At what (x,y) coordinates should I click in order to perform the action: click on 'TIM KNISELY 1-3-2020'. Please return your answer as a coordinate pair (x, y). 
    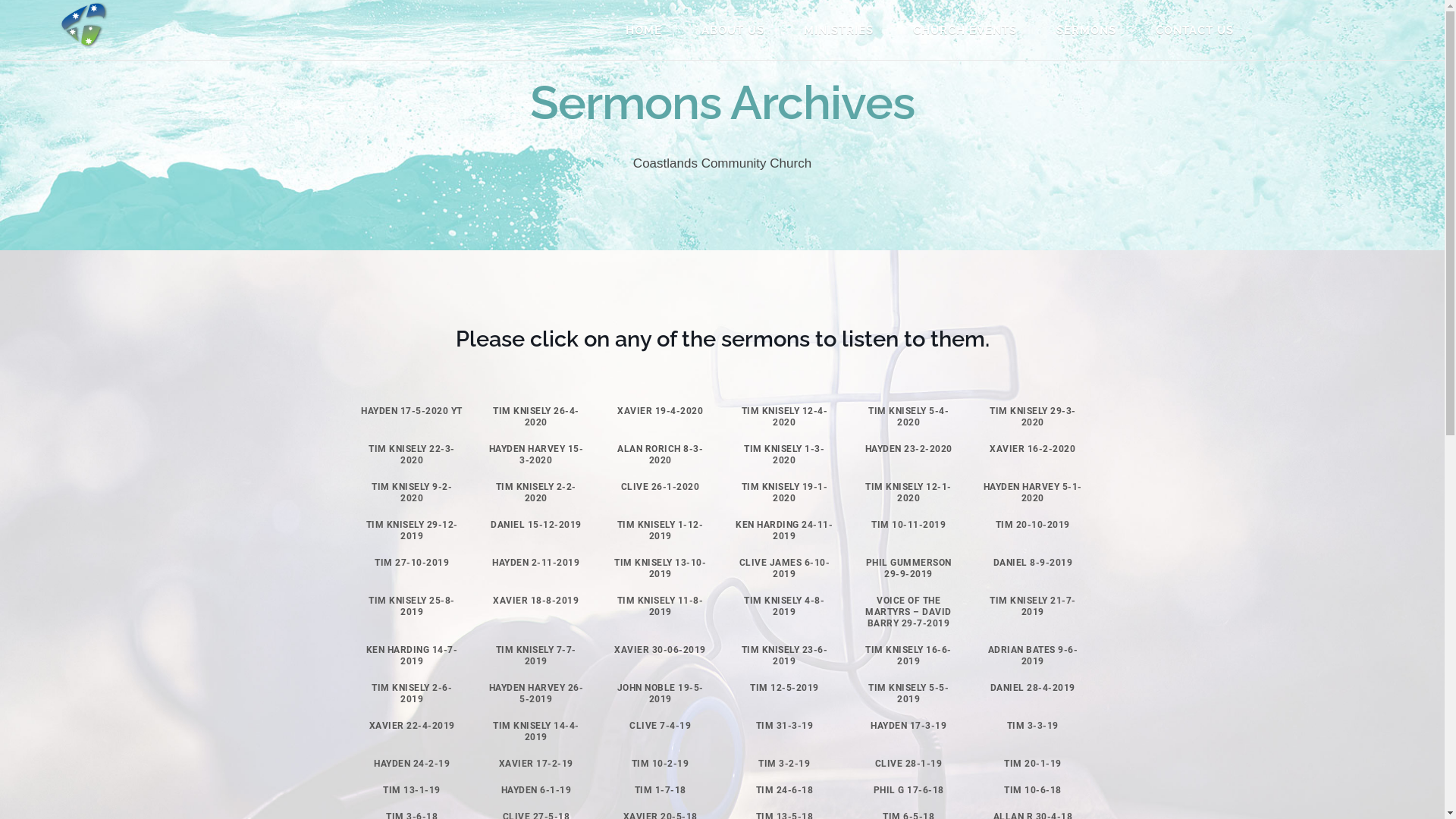
    Looking at the image, I should click on (743, 453).